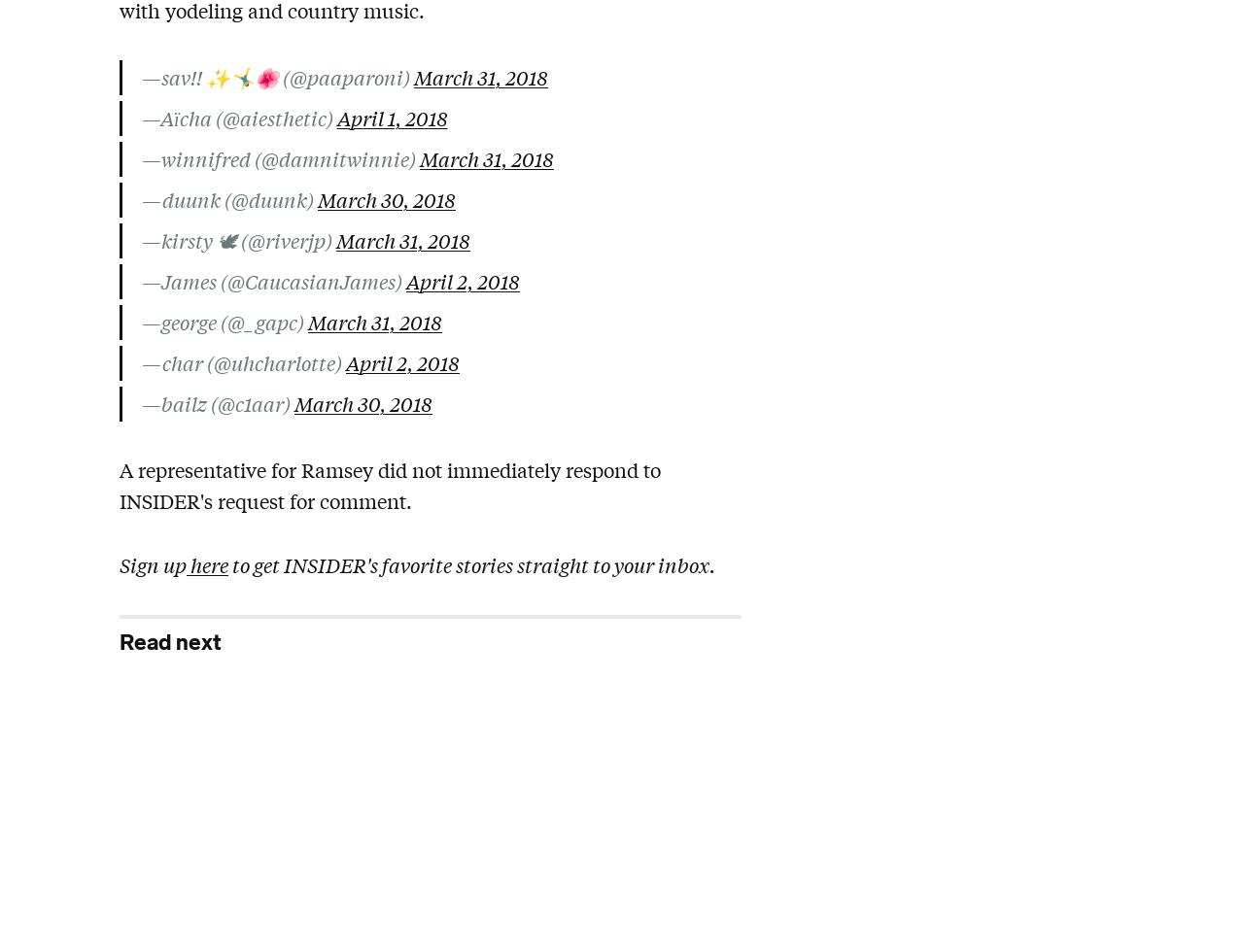 The height and width of the screenshot is (952, 1244). Describe the element at coordinates (170, 641) in the screenshot. I see `'Read next'` at that location.